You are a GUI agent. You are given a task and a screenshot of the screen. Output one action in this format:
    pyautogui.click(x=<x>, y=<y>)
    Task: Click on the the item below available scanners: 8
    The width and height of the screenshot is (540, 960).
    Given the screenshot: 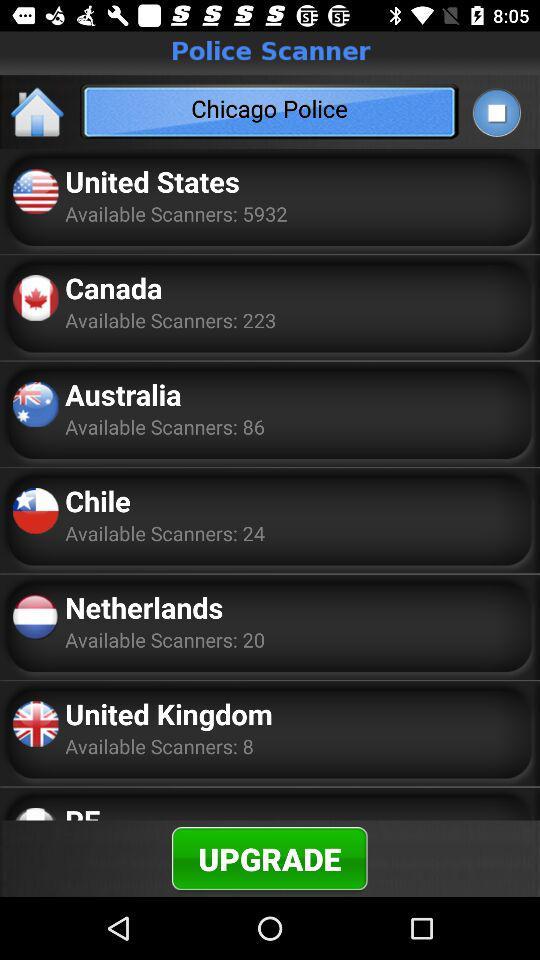 What is the action you would take?
    pyautogui.click(x=81, y=810)
    